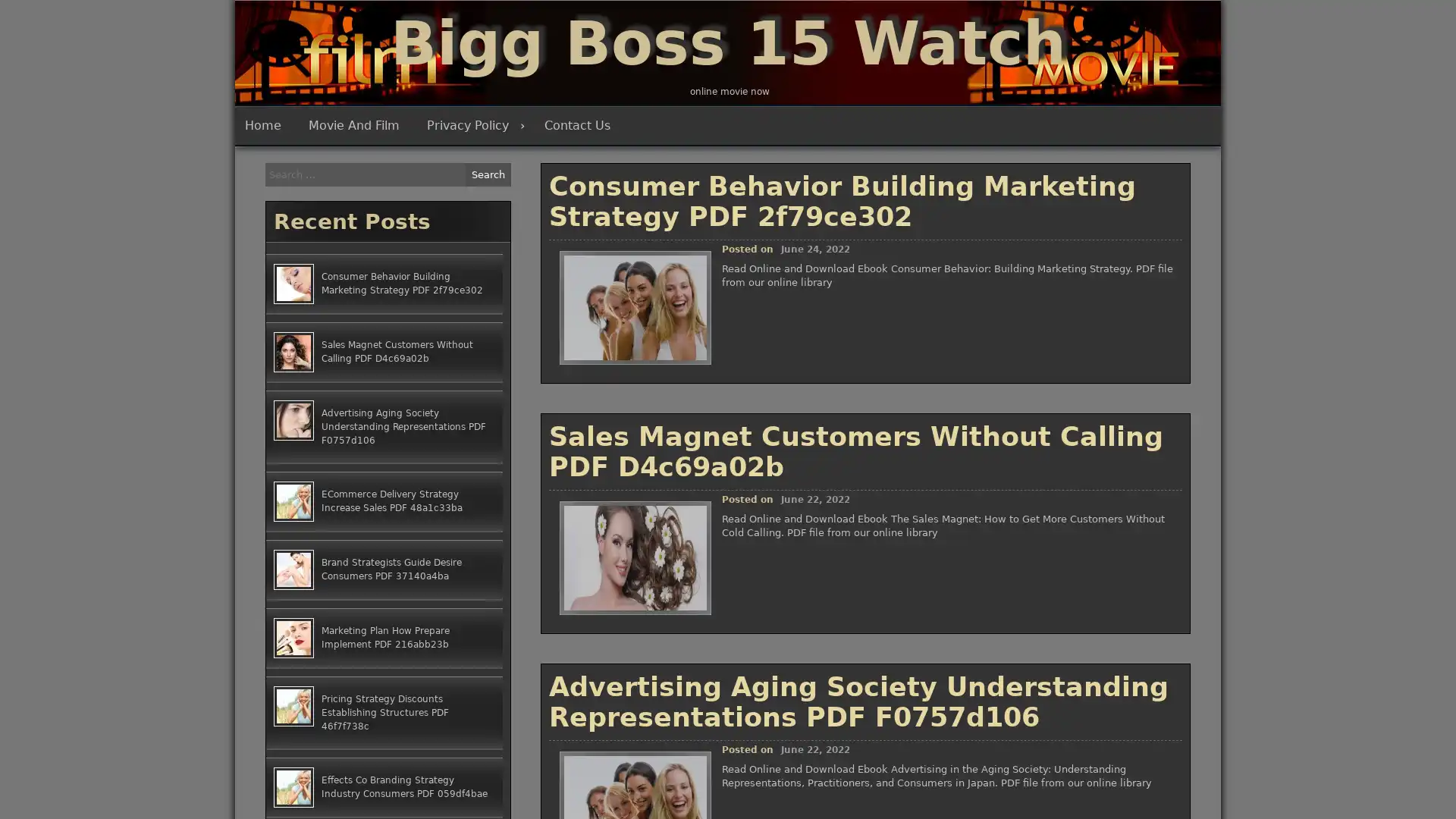  Describe the element at coordinates (488, 174) in the screenshot. I see `Search` at that location.